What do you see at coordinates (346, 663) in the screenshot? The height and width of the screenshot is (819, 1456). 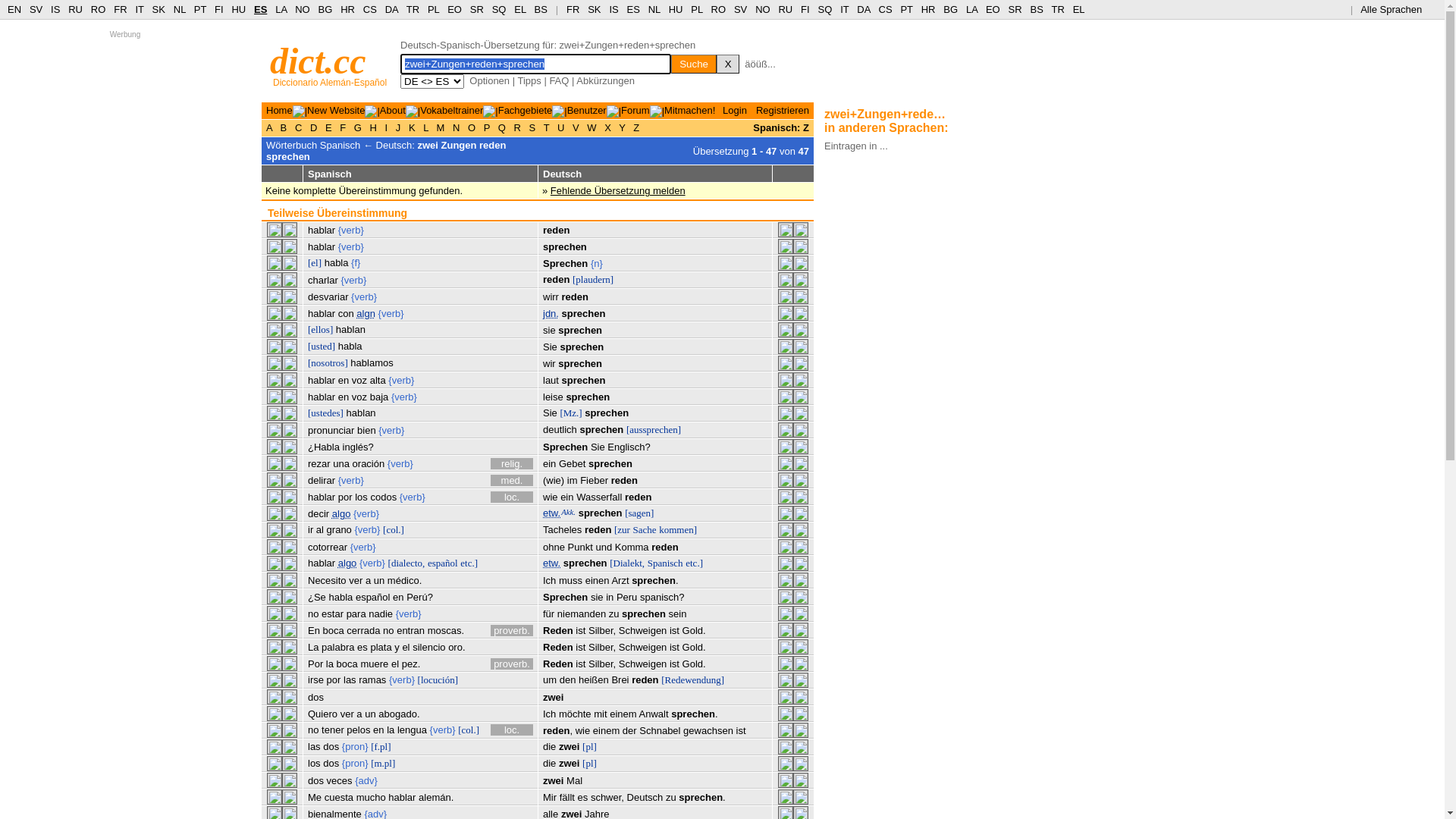 I see `'boca'` at bounding box center [346, 663].